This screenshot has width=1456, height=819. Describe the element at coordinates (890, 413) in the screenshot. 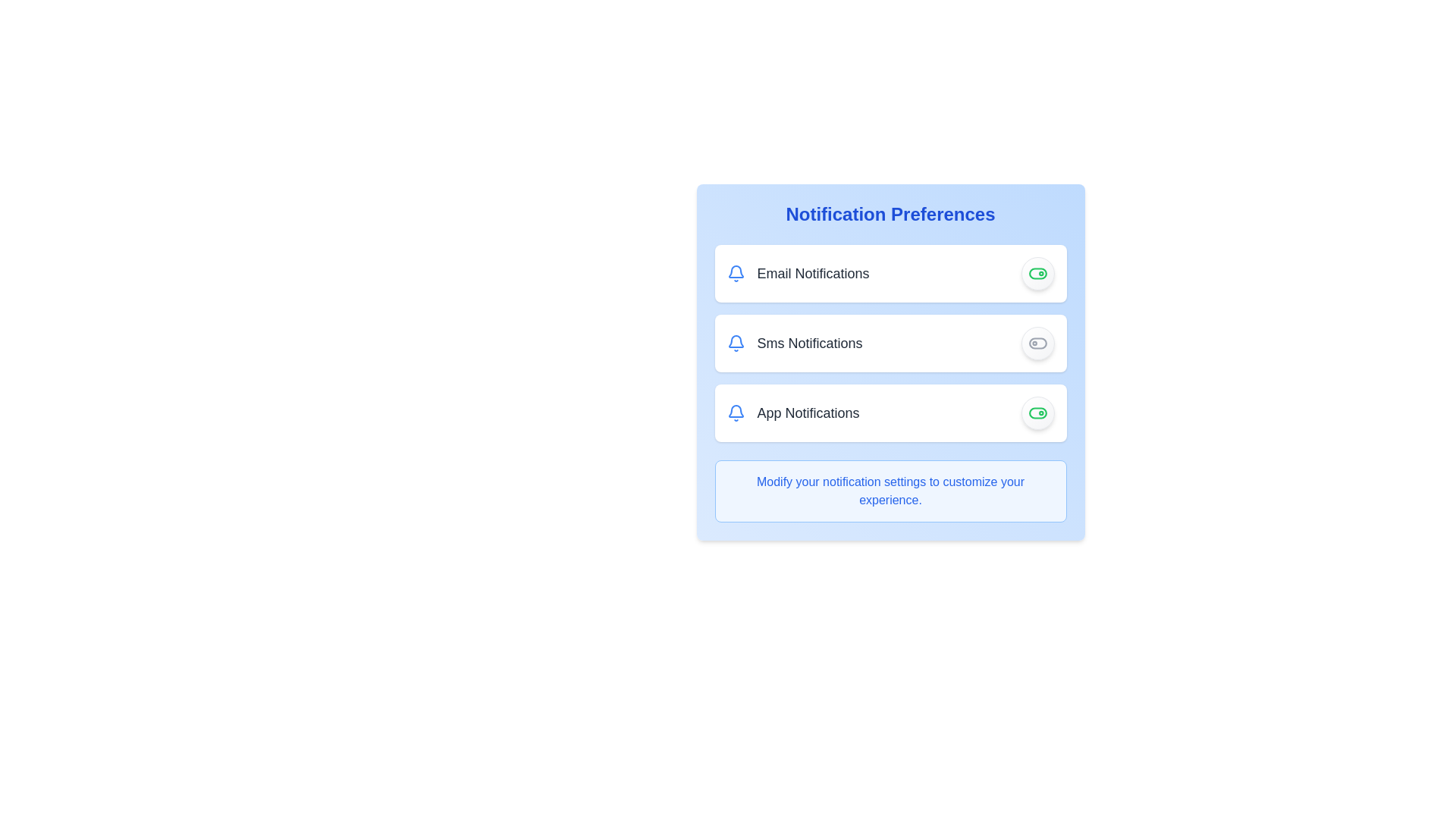

I see `the toggle switch within the third item of the notification preferences list` at that location.